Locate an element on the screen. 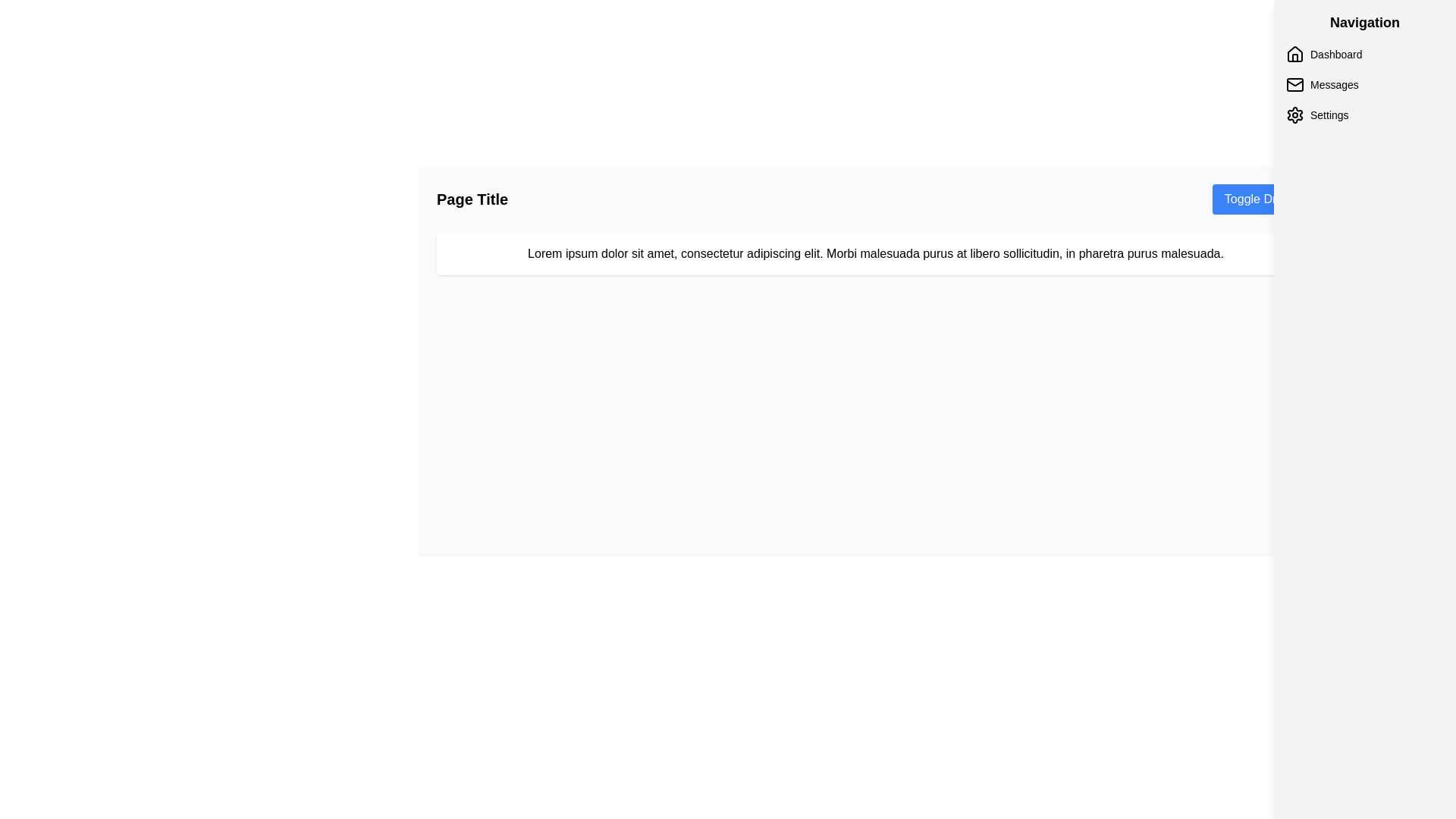  the 'Dashboard' text label located in the vertical navigation menu on the right side of the interface is located at coordinates (1336, 54).